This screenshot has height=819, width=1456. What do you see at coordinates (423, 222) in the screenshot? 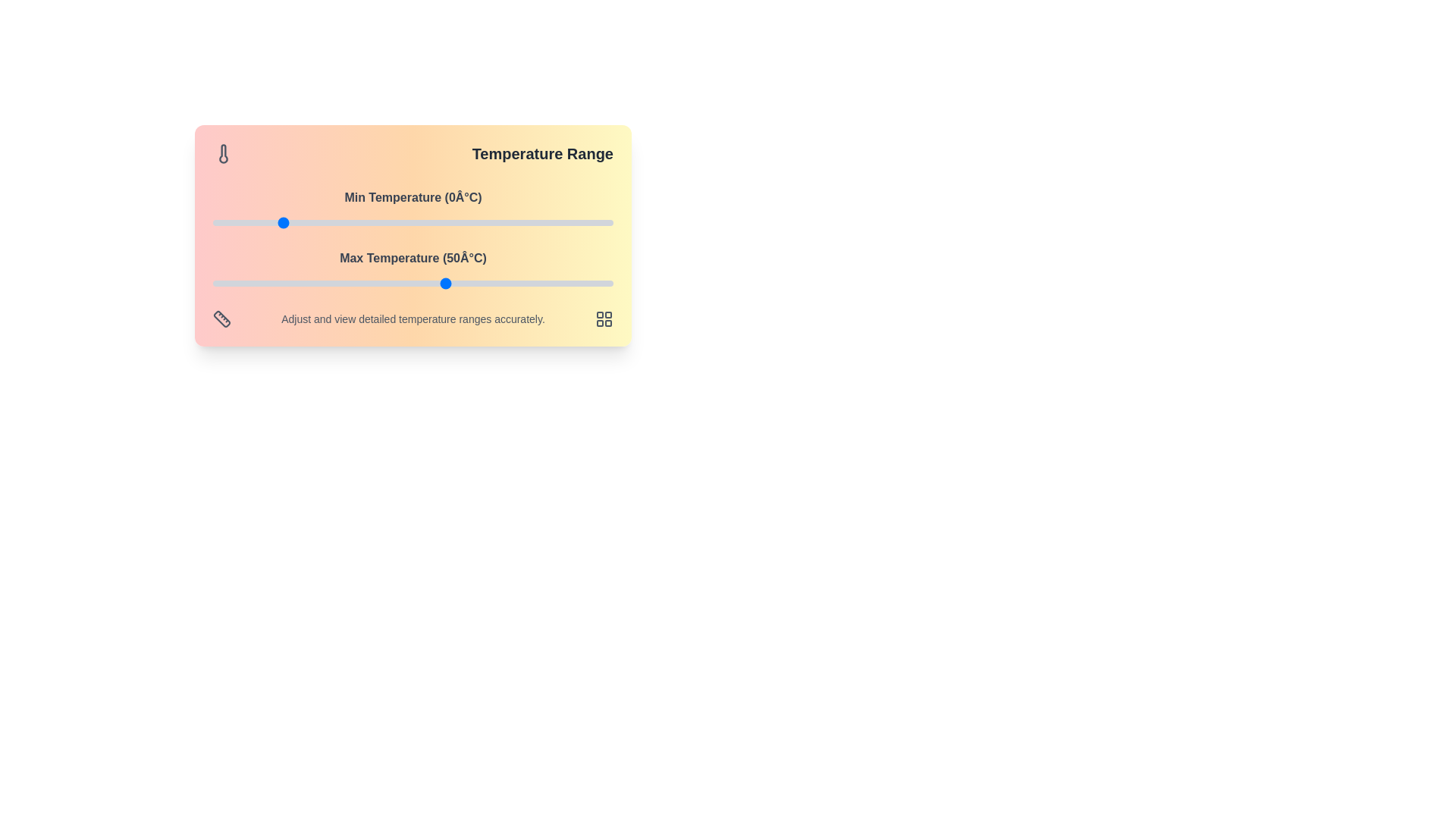
I see `the minimum temperature slider to 43°C` at bounding box center [423, 222].